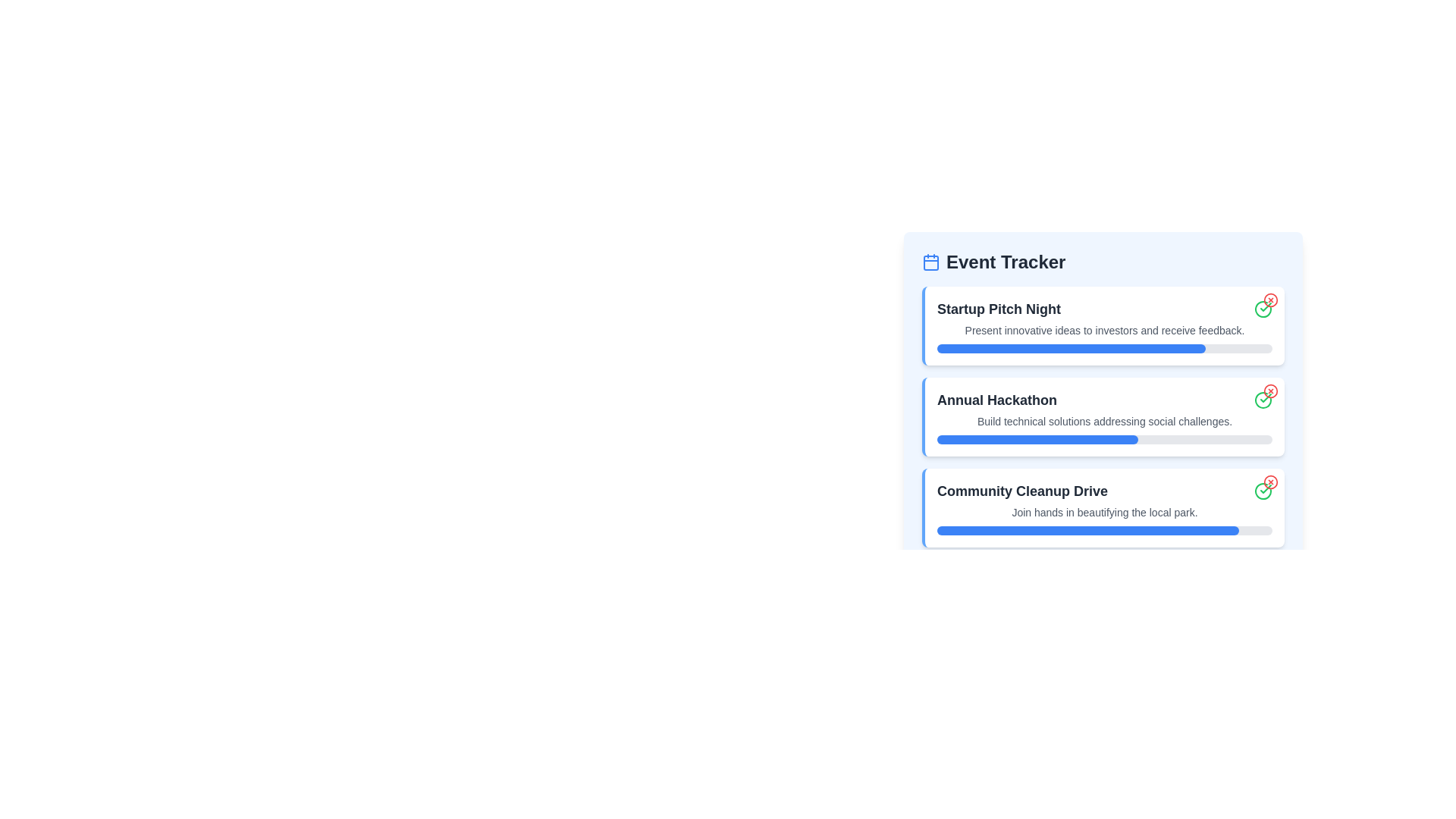  Describe the element at coordinates (1105, 529) in the screenshot. I see `the horizontal progress bar located below the text 'Join hands in beautifying the local park' within the 'Community Cleanup Drive' card` at that location.